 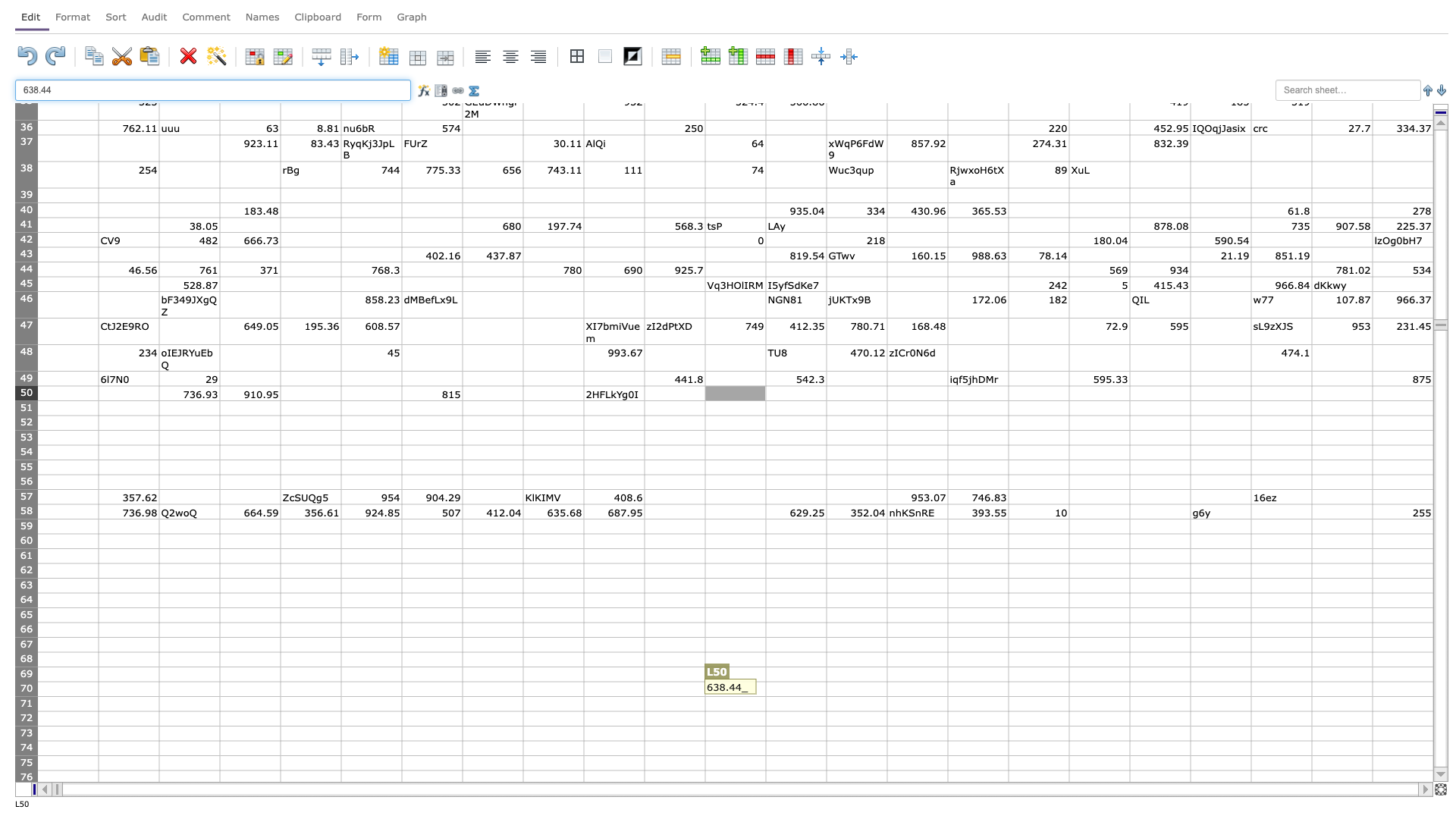 I want to click on fill handle point of P70, so click(x=1008, y=696).